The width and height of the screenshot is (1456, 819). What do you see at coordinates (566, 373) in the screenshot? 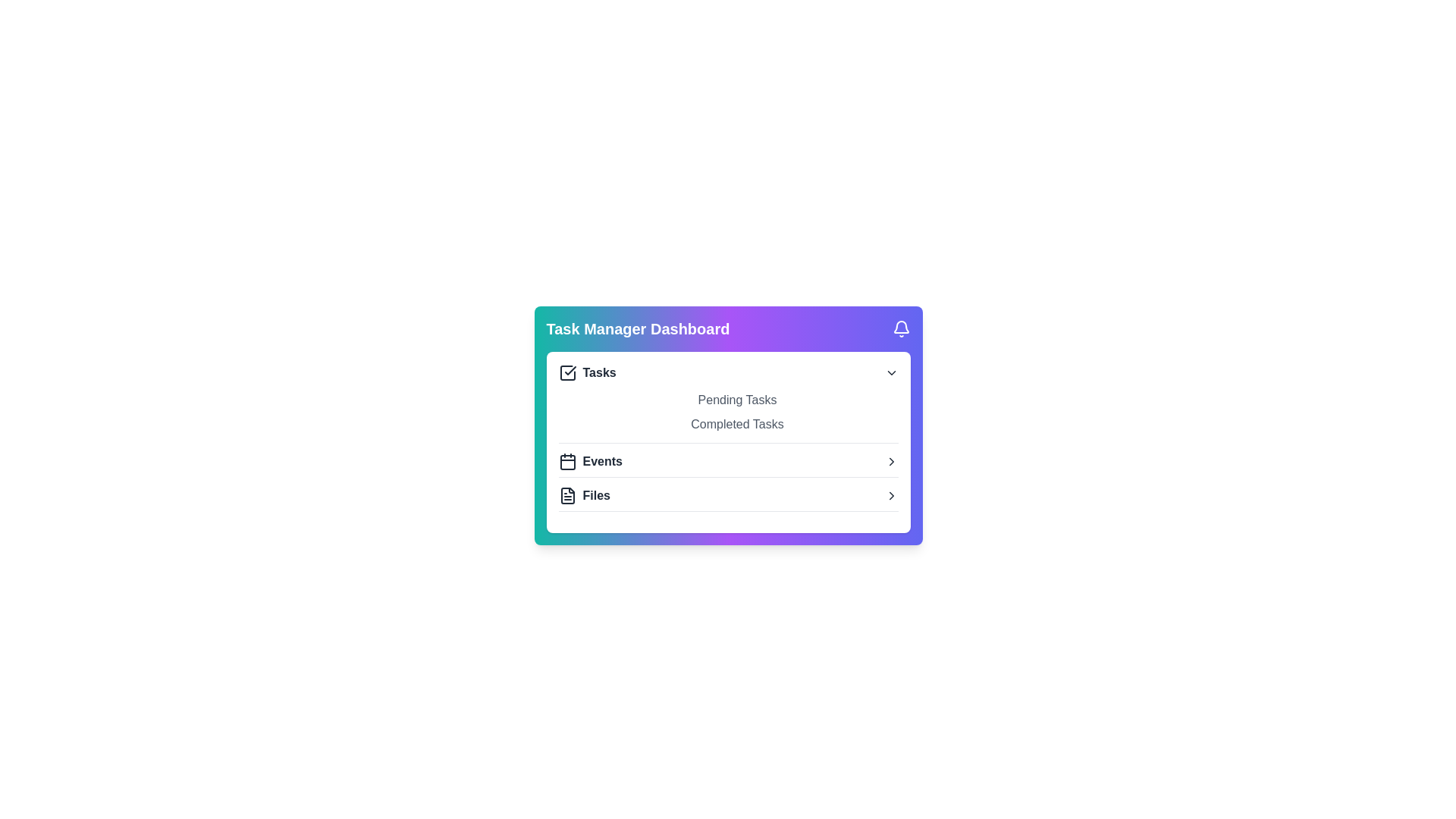
I see `the square checkmark icon with rounded corners located to the left of the 'Tasks' text in the first list item of the menu` at bounding box center [566, 373].